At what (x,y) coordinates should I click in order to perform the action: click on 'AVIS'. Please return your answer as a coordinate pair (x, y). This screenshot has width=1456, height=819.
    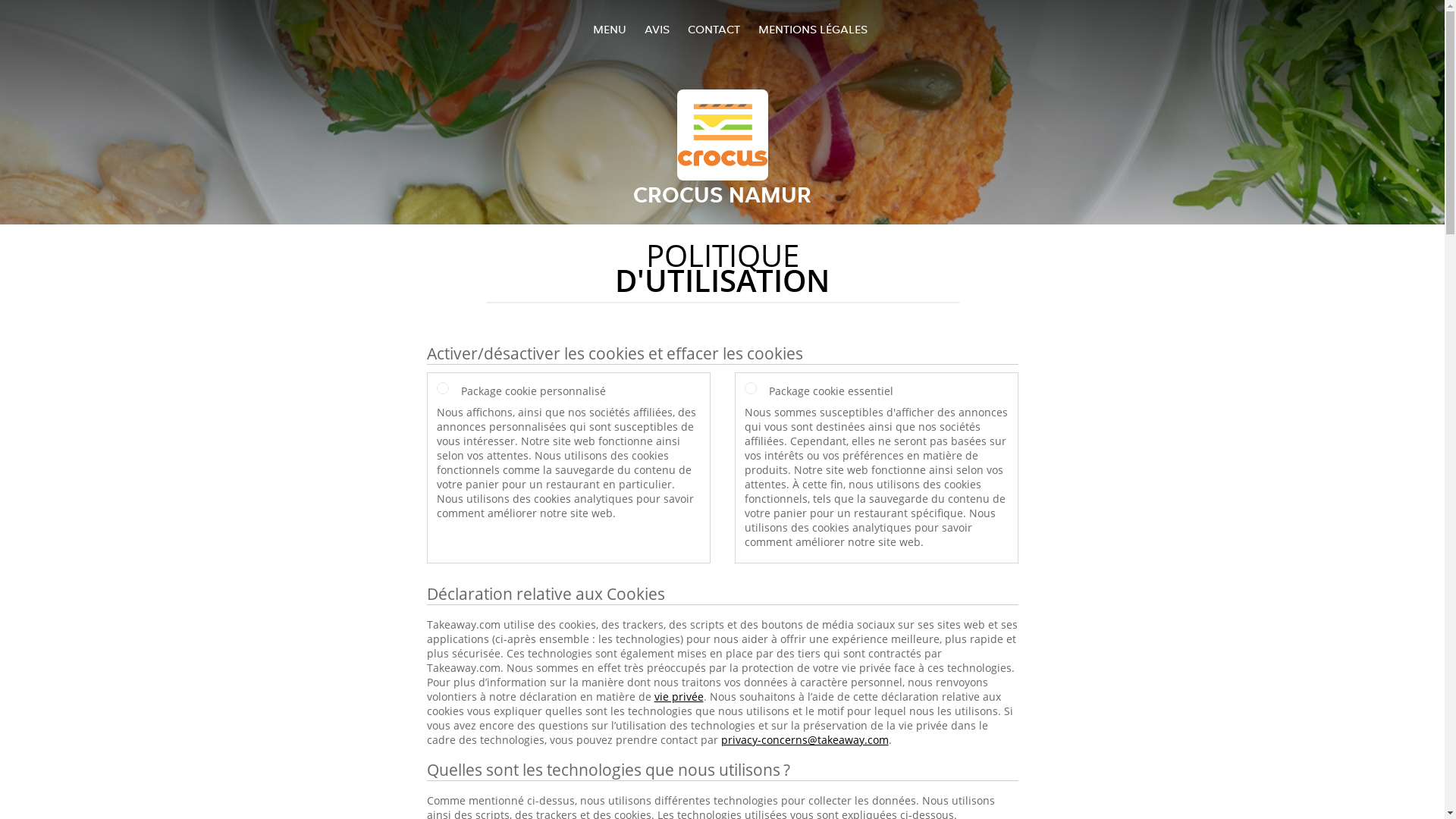
    Looking at the image, I should click on (657, 29).